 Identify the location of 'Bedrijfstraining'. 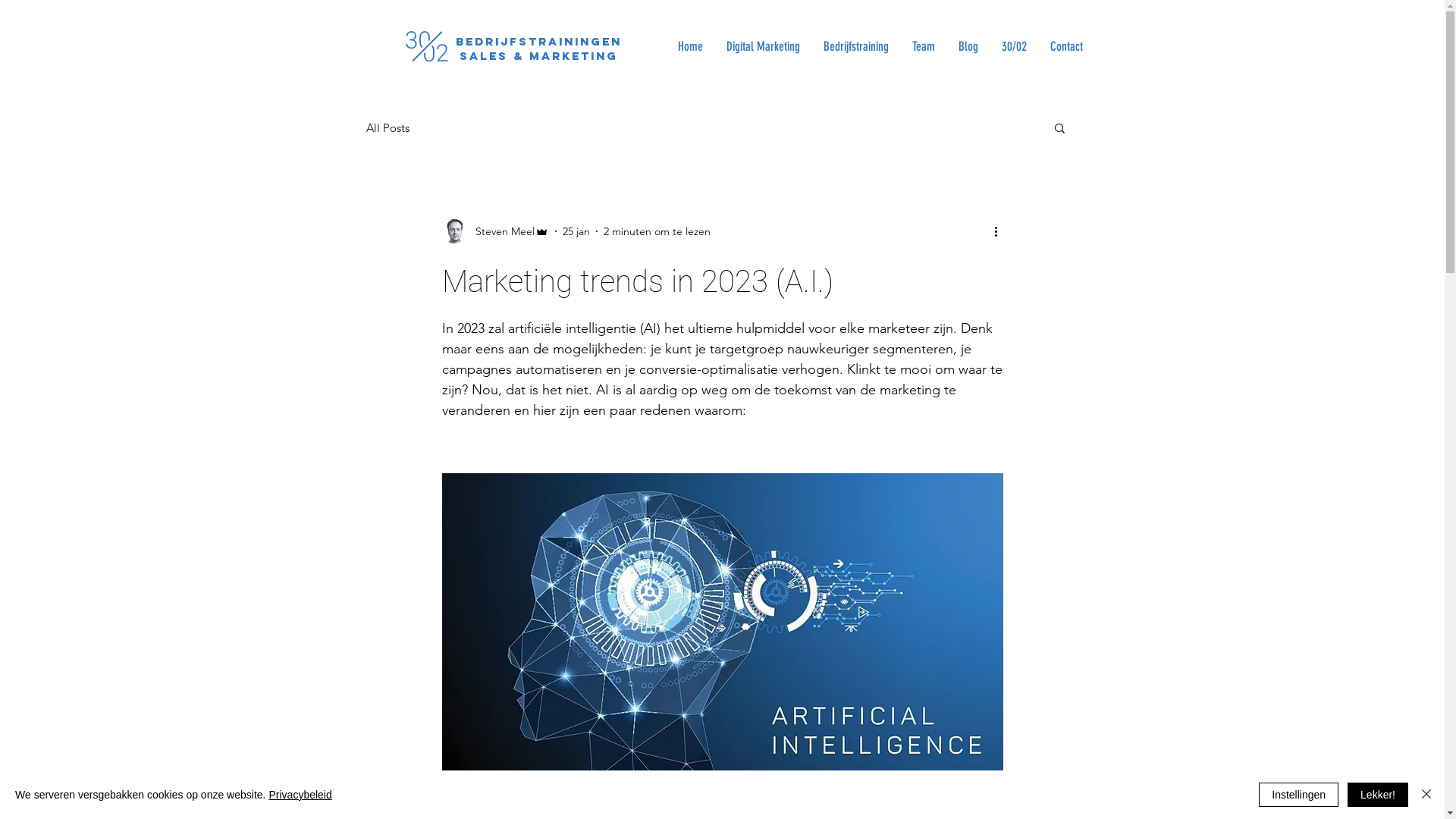
(855, 45).